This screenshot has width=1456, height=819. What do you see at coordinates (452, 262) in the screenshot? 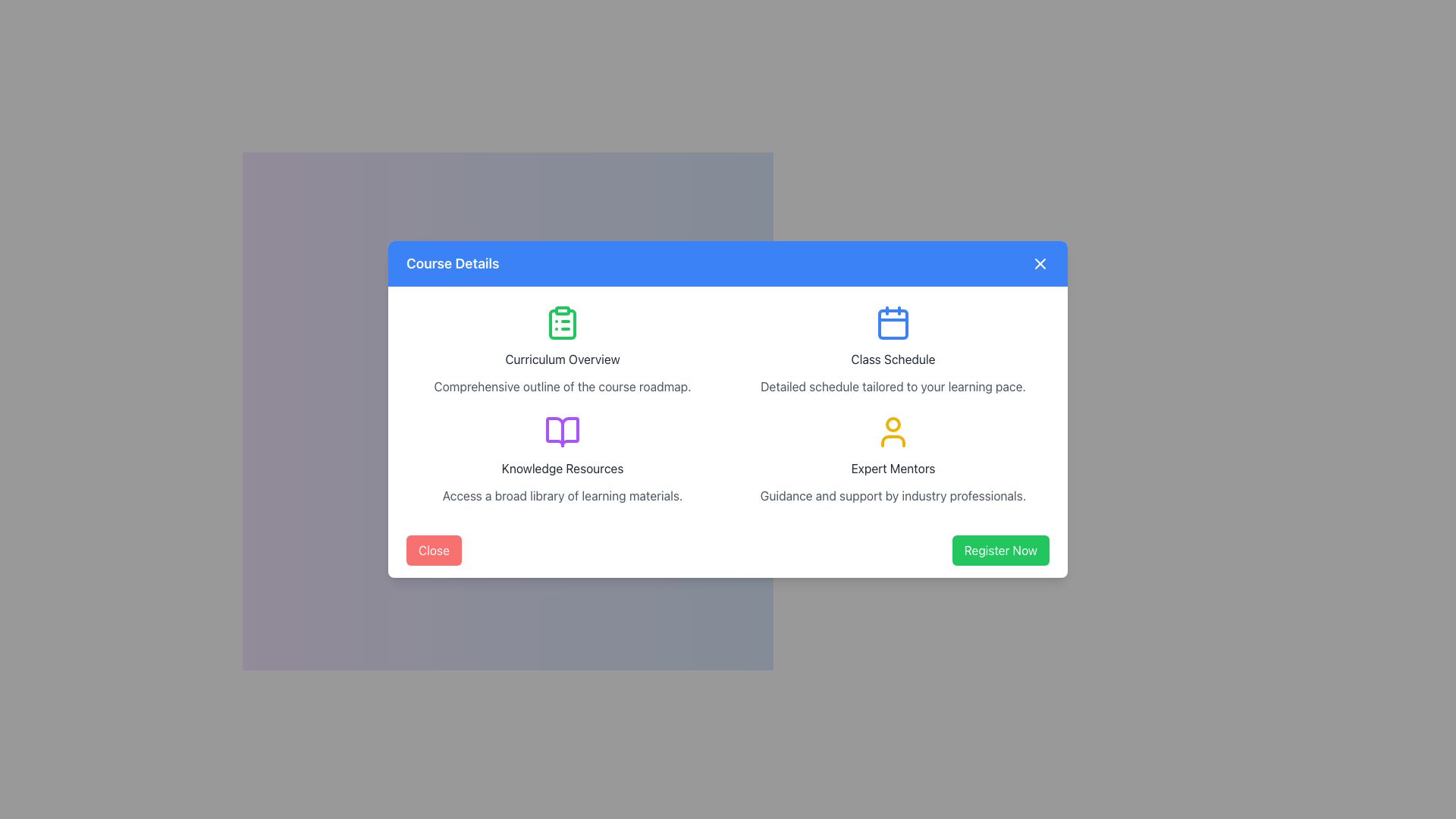
I see `the static text label within the blue header bar of the modal dialog, which serves as a title or descriptor for the content below` at bounding box center [452, 262].